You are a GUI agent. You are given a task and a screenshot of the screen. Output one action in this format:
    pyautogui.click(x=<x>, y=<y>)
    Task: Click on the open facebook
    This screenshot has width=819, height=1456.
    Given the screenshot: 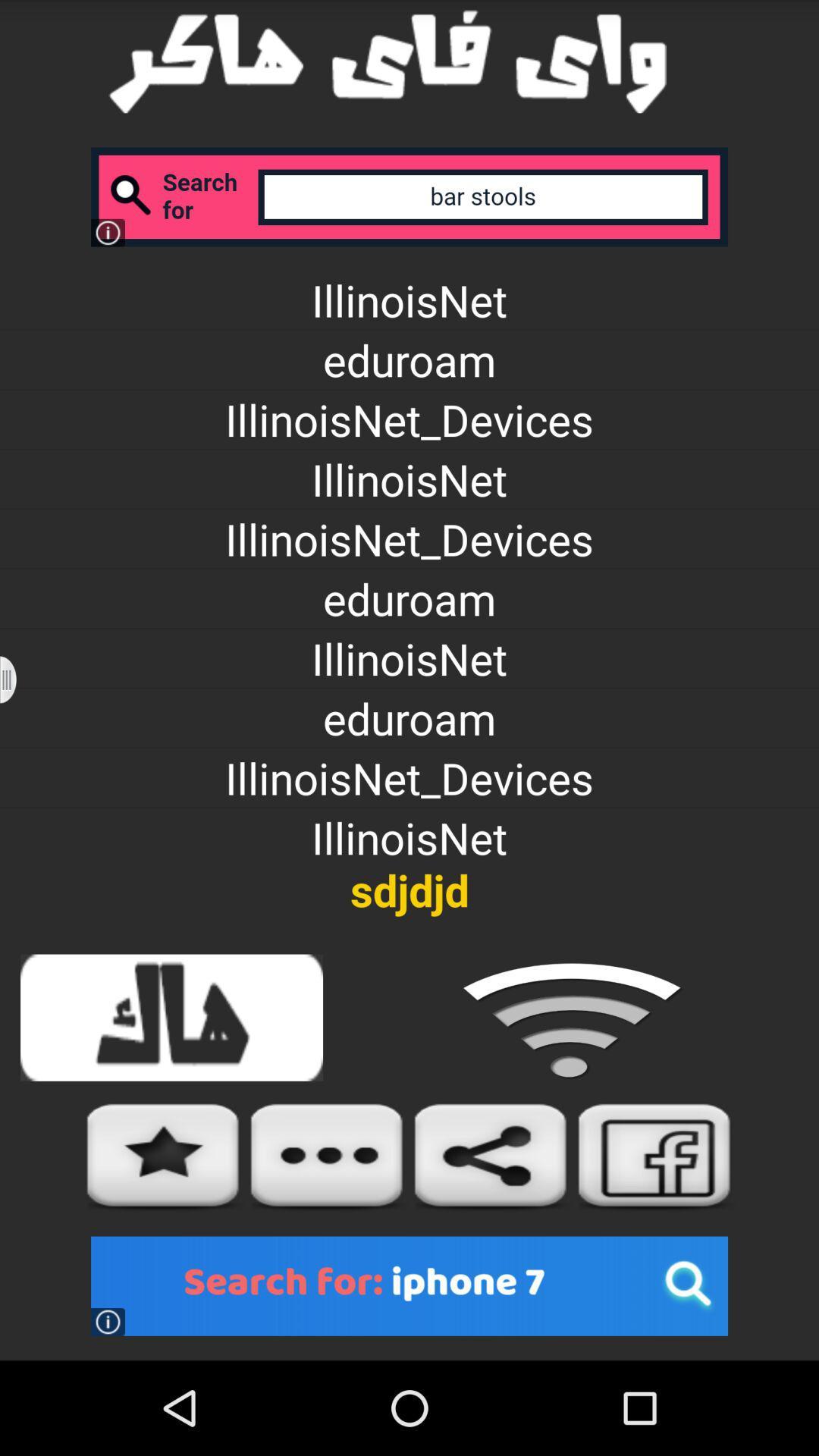 What is the action you would take?
    pyautogui.click(x=654, y=1156)
    